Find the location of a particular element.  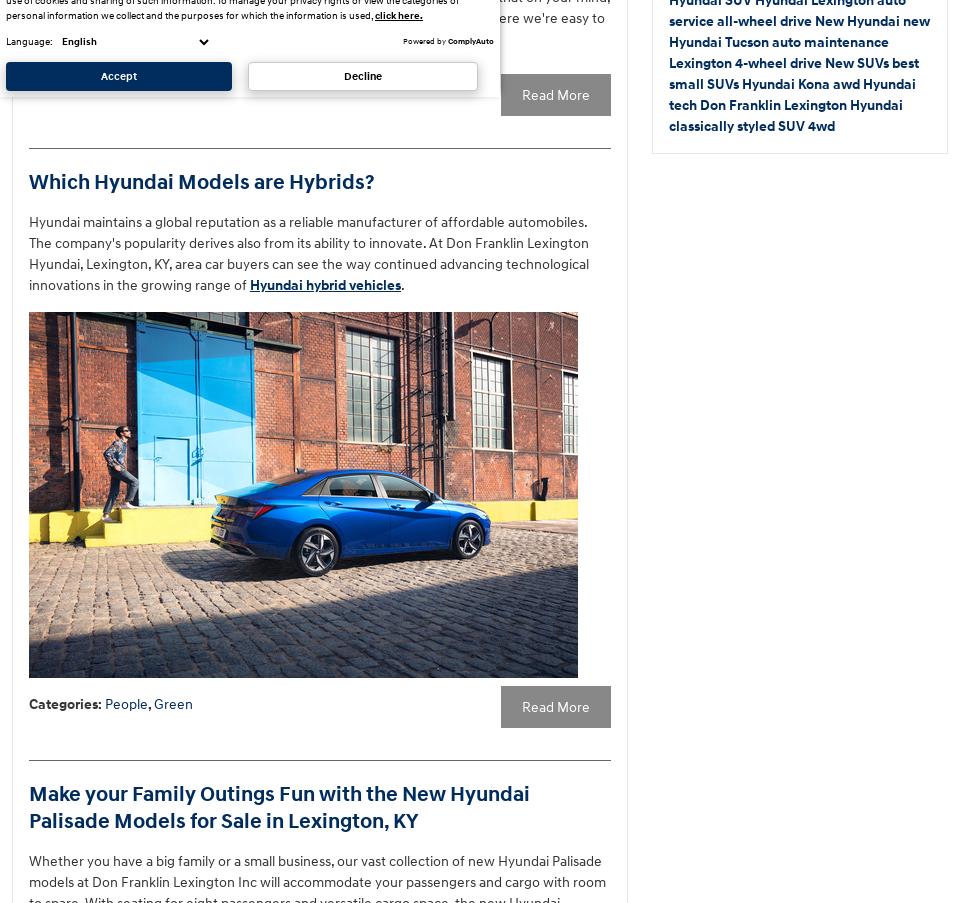

'classically styled SUV' is located at coordinates (737, 125).